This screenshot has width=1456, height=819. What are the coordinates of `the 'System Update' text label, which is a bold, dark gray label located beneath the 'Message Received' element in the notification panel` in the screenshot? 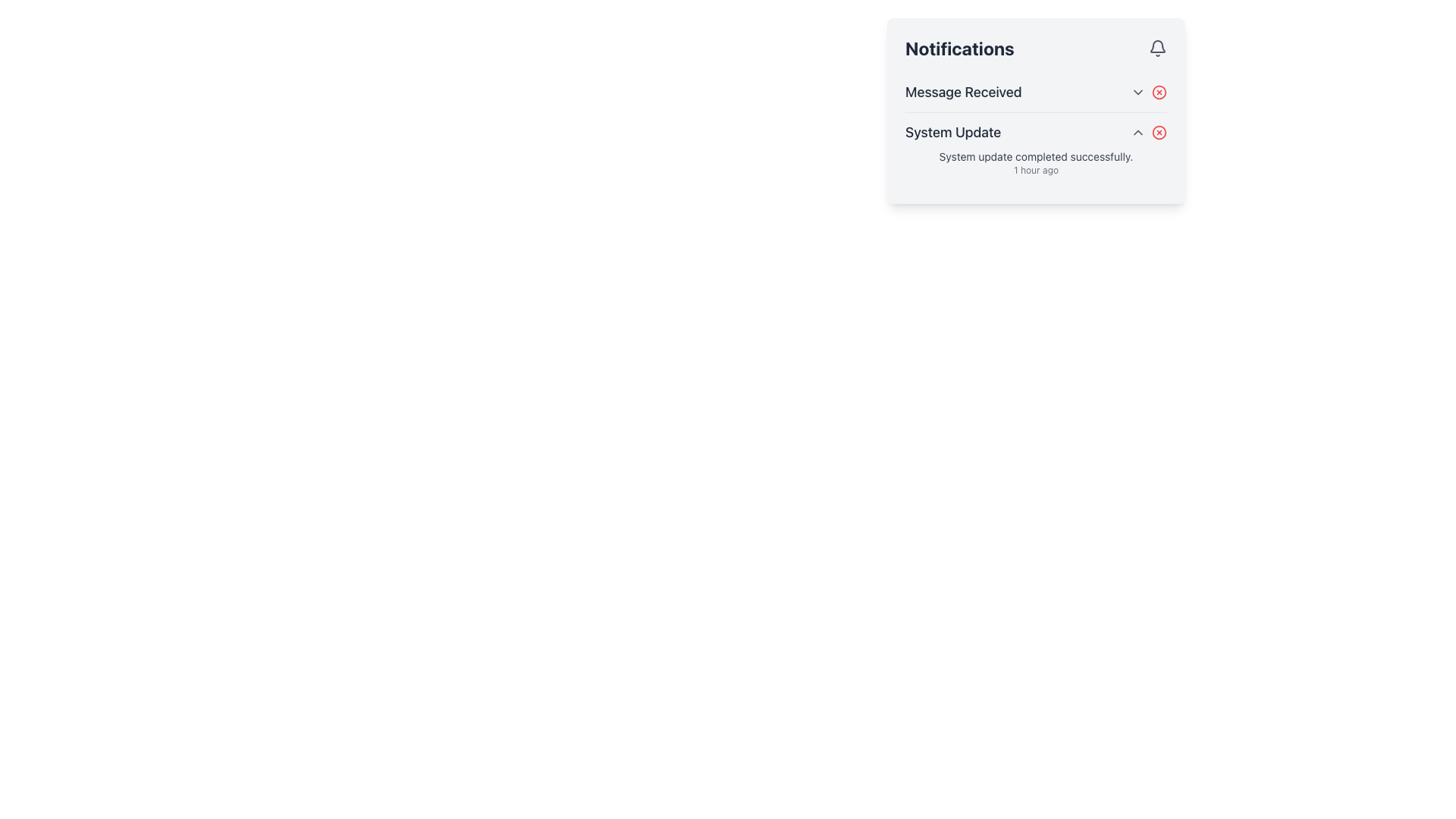 It's located at (952, 131).